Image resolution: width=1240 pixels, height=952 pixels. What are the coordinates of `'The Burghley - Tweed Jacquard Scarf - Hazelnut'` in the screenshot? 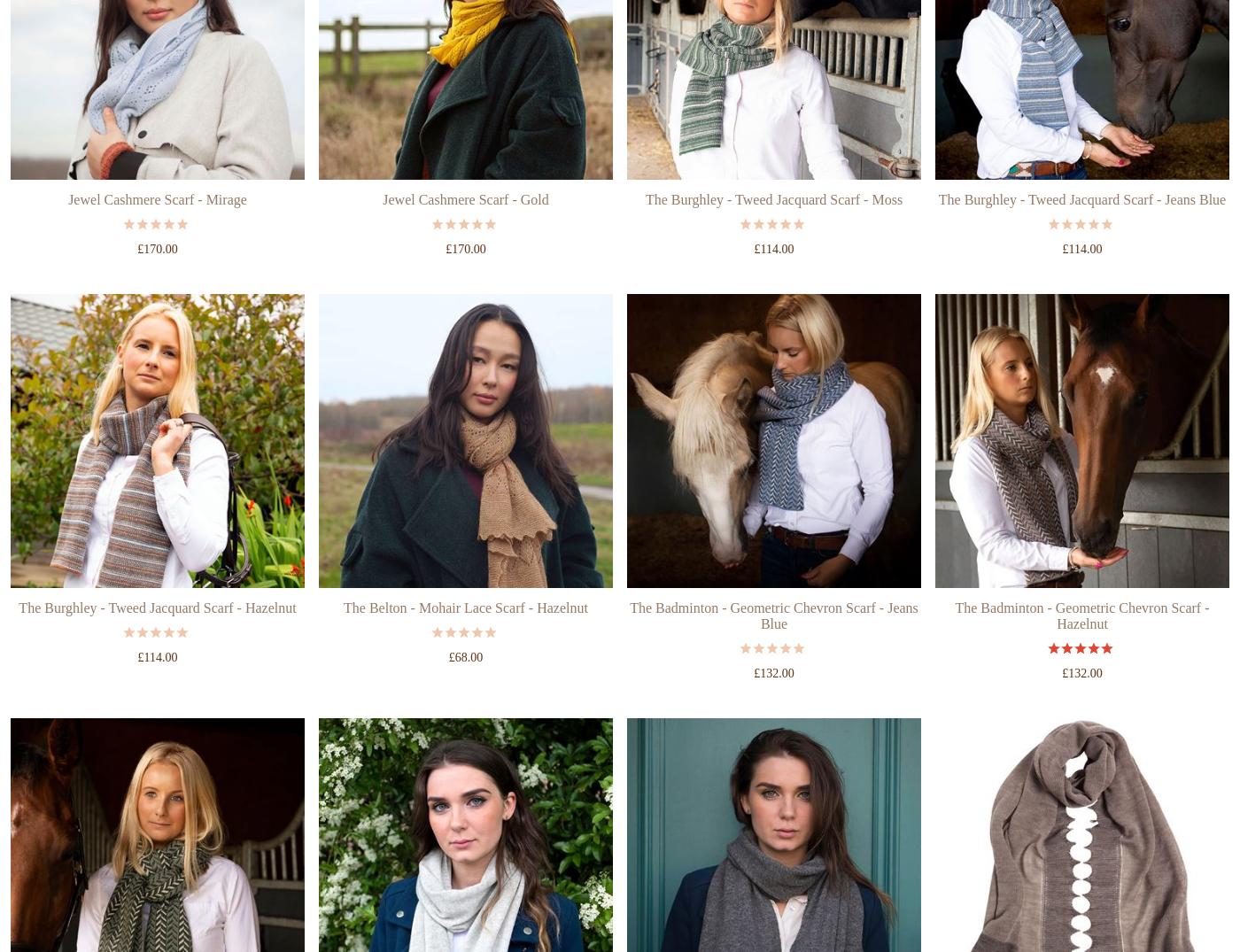 It's located at (156, 674).